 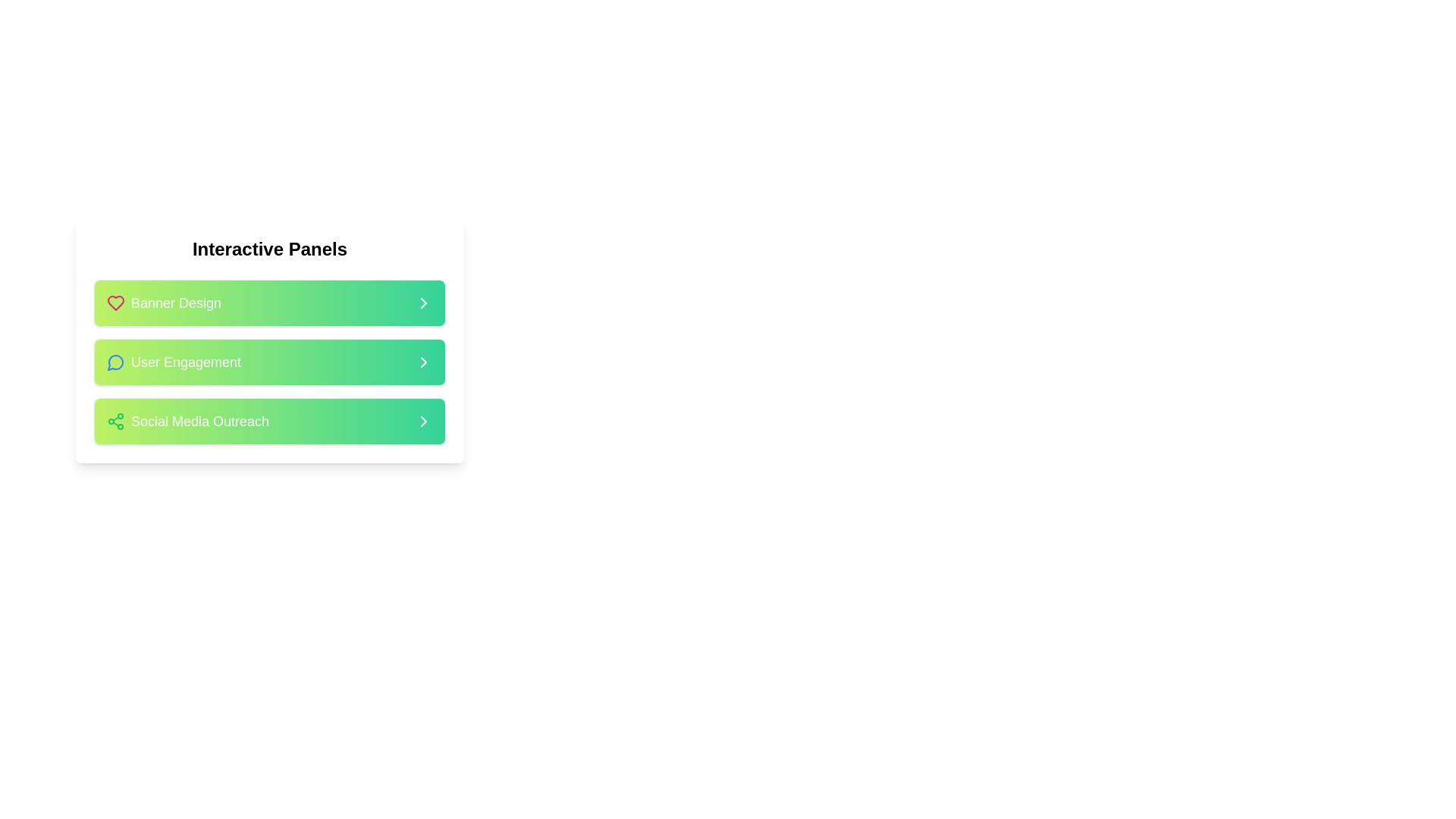 What do you see at coordinates (269, 421) in the screenshot?
I see `the green rectangular button labeled 'Social Media Outreach'` at bounding box center [269, 421].